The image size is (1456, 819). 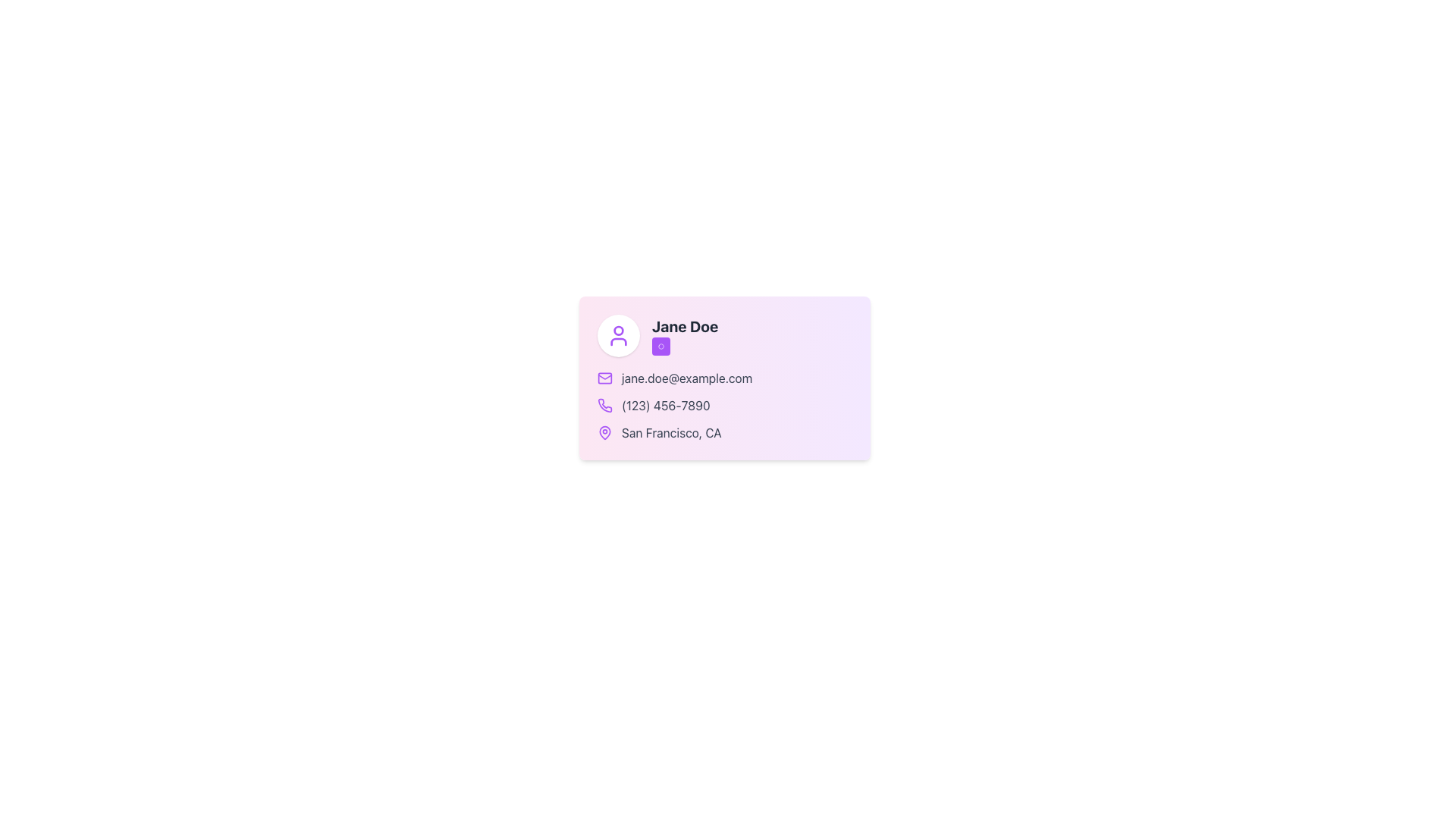 What do you see at coordinates (604, 377) in the screenshot?
I see `the email icon that visually indicates the email field for the address 'jane.doe@example.com'` at bounding box center [604, 377].